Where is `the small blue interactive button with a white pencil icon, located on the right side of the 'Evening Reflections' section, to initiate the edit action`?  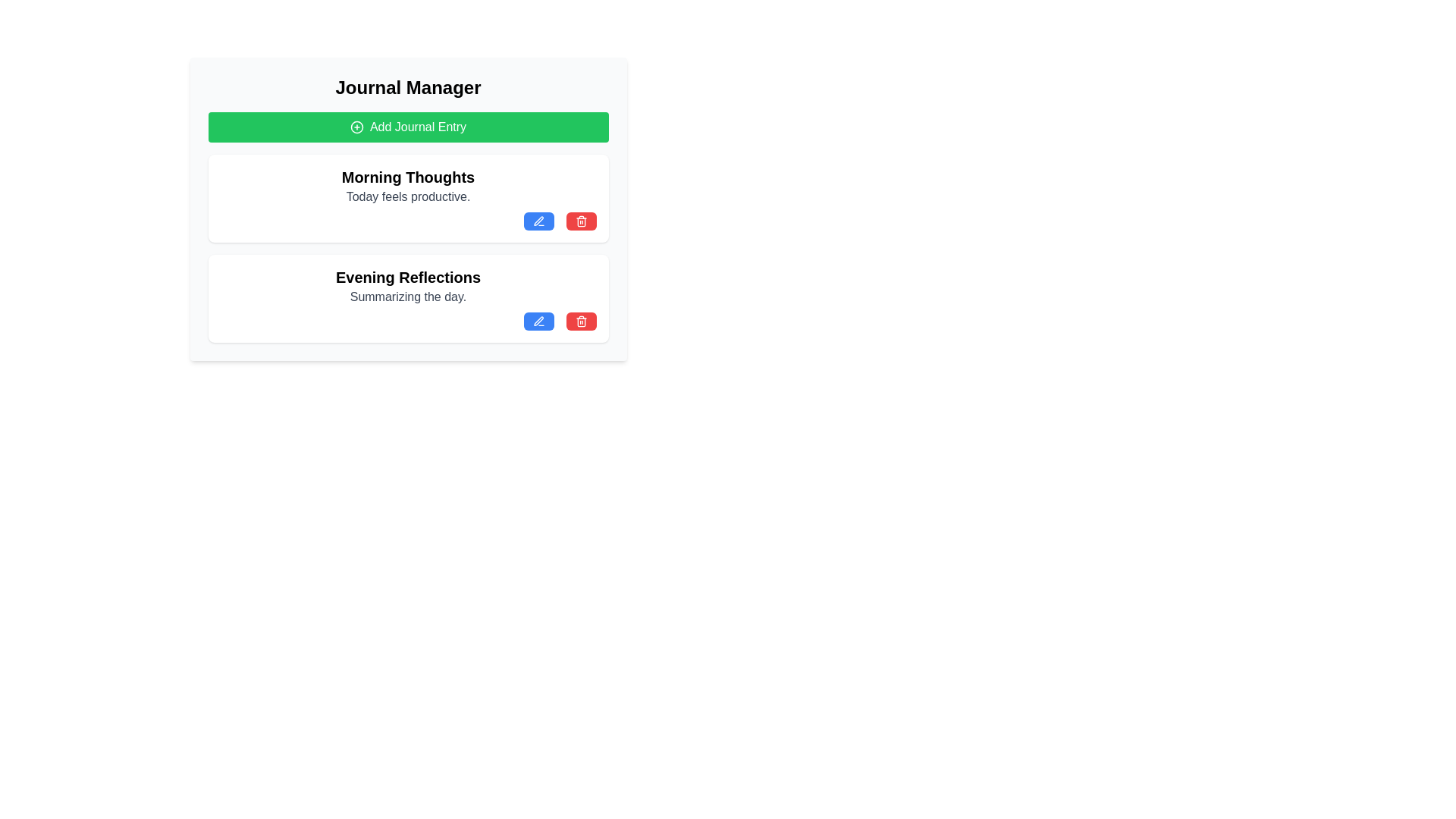
the small blue interactive button with a white pencil icon, located on the right side of the 'Evening Reflections' section, to initiate the edit action is located at coordinates (538, 321).